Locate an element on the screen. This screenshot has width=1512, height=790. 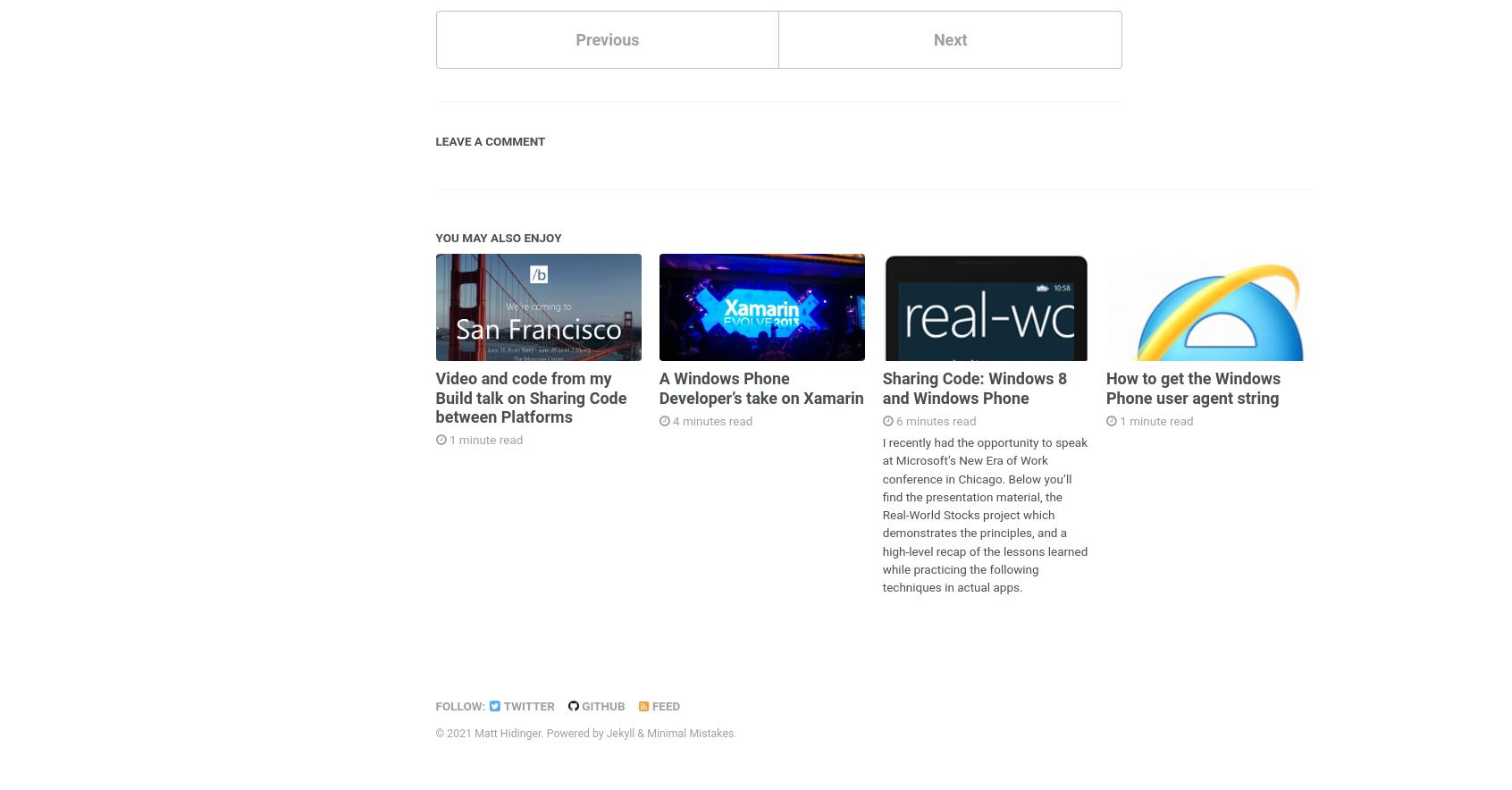
'.' is located at coordinates (735, 732).